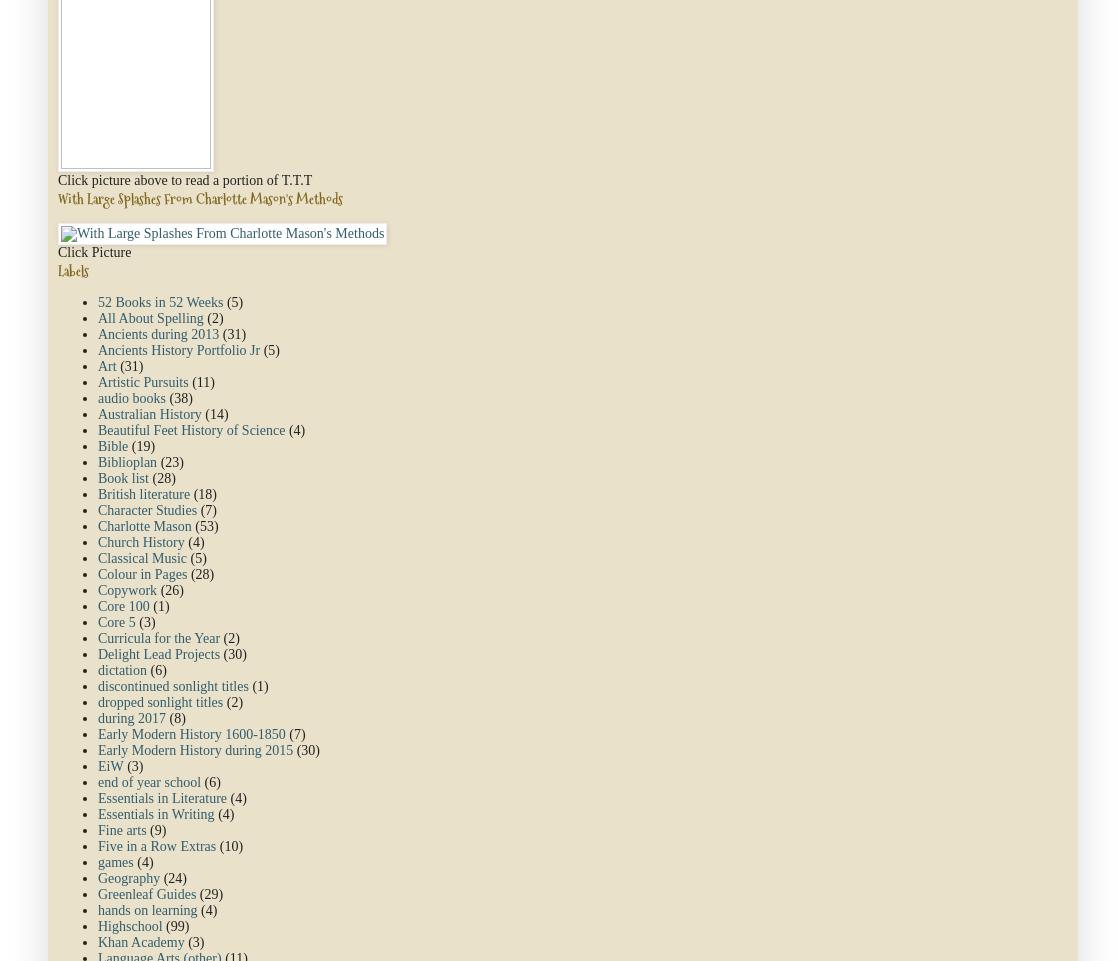  What do you see at coordinates (98, 494) in the screenshot?
I see `'British literature'` at bounding box center [98, 494].